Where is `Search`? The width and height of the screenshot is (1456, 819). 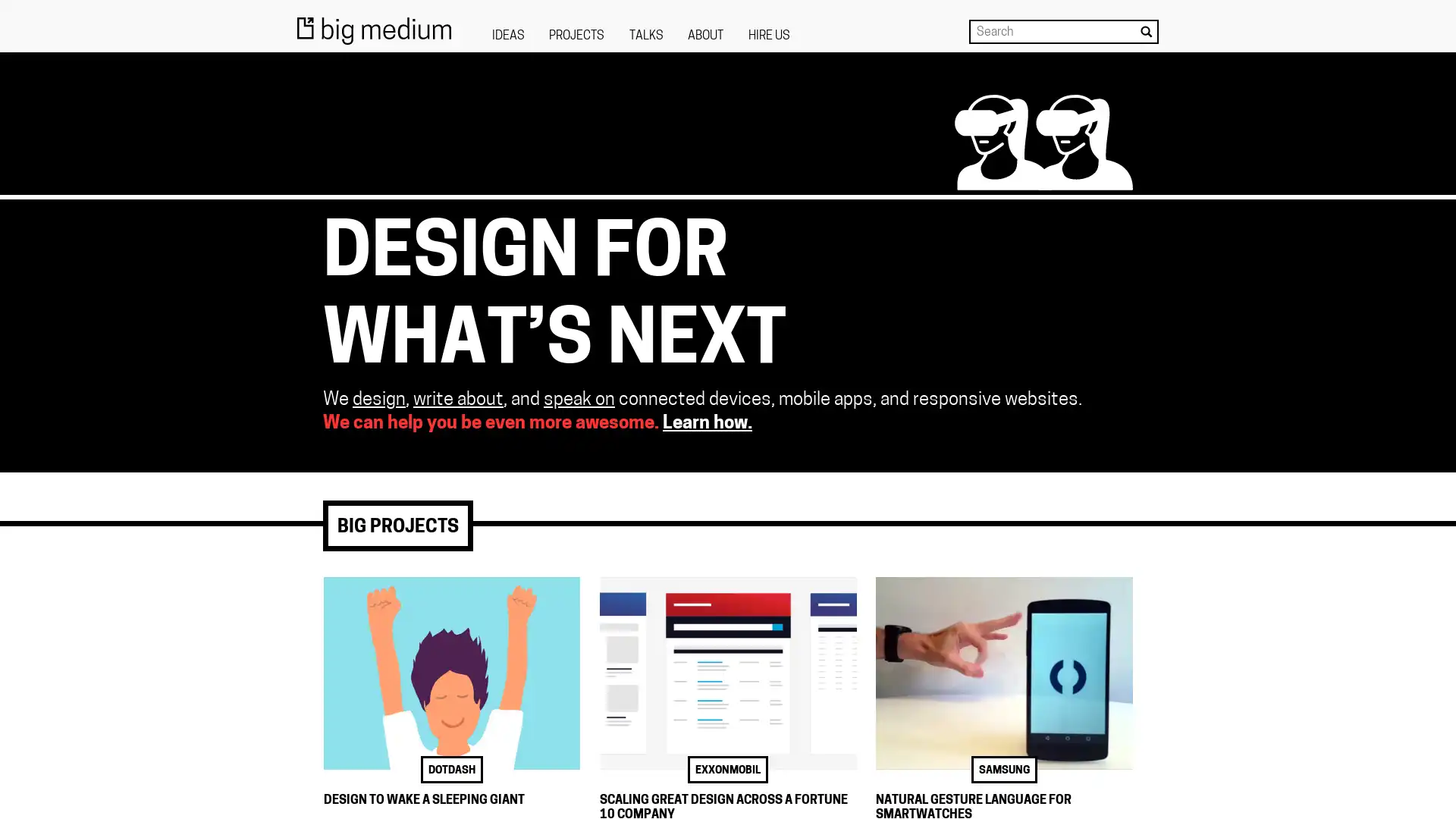
Search is located at coordinates (1146, 31).